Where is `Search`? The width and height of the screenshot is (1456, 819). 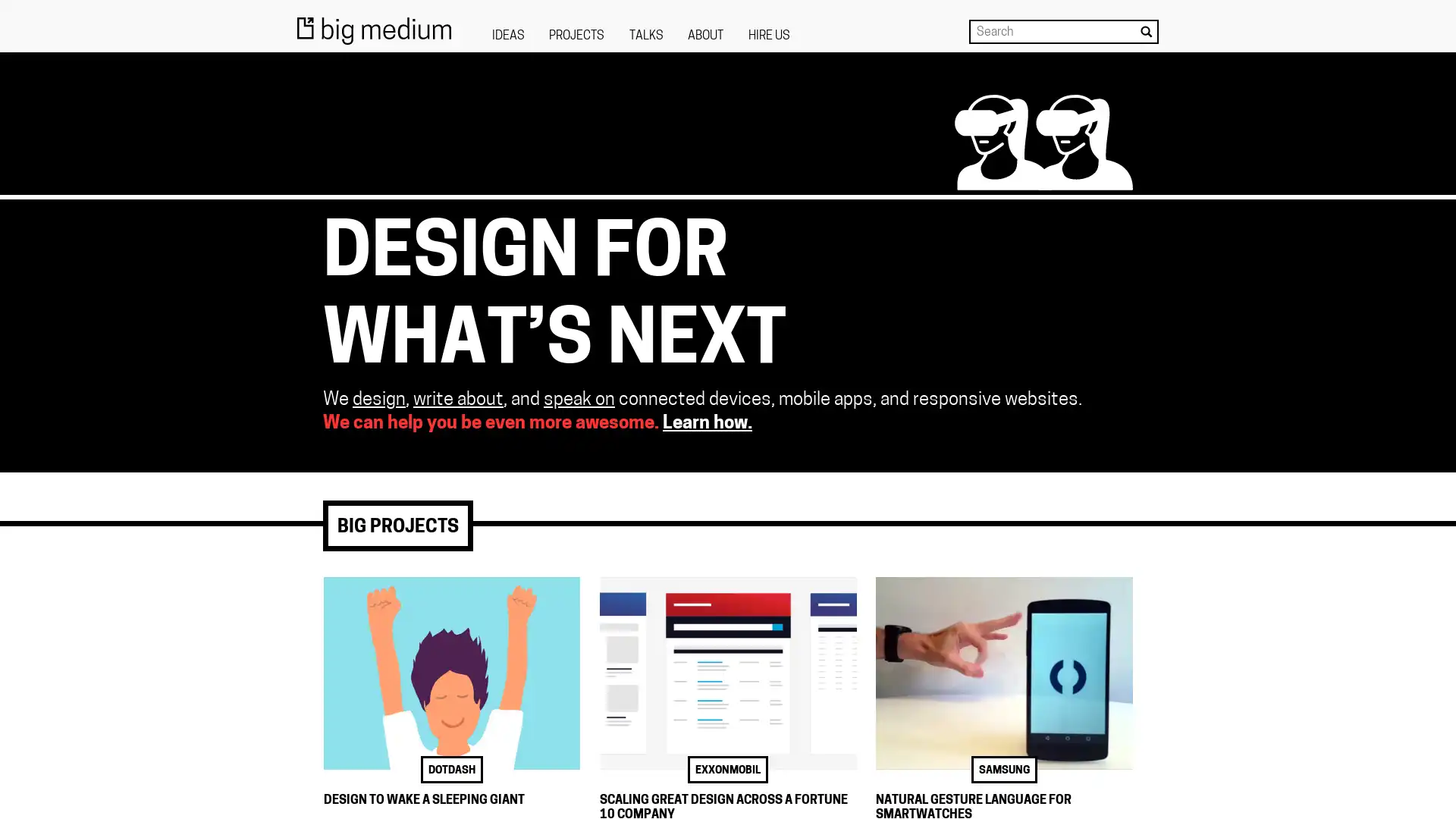
Search is located at coordinates (1146, 31).